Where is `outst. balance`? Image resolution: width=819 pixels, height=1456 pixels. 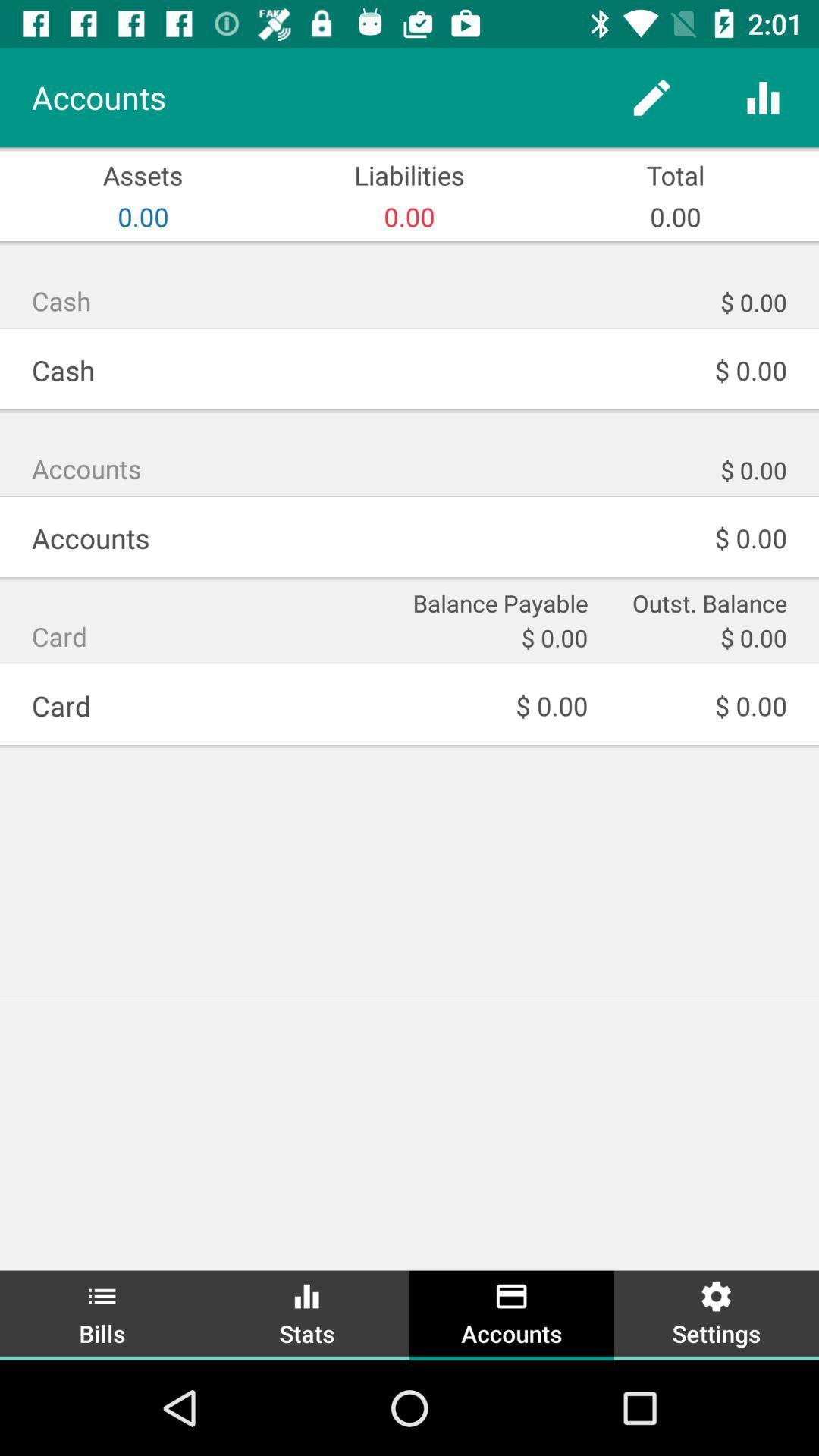
outst. balance is located at coordinates (697, 601).